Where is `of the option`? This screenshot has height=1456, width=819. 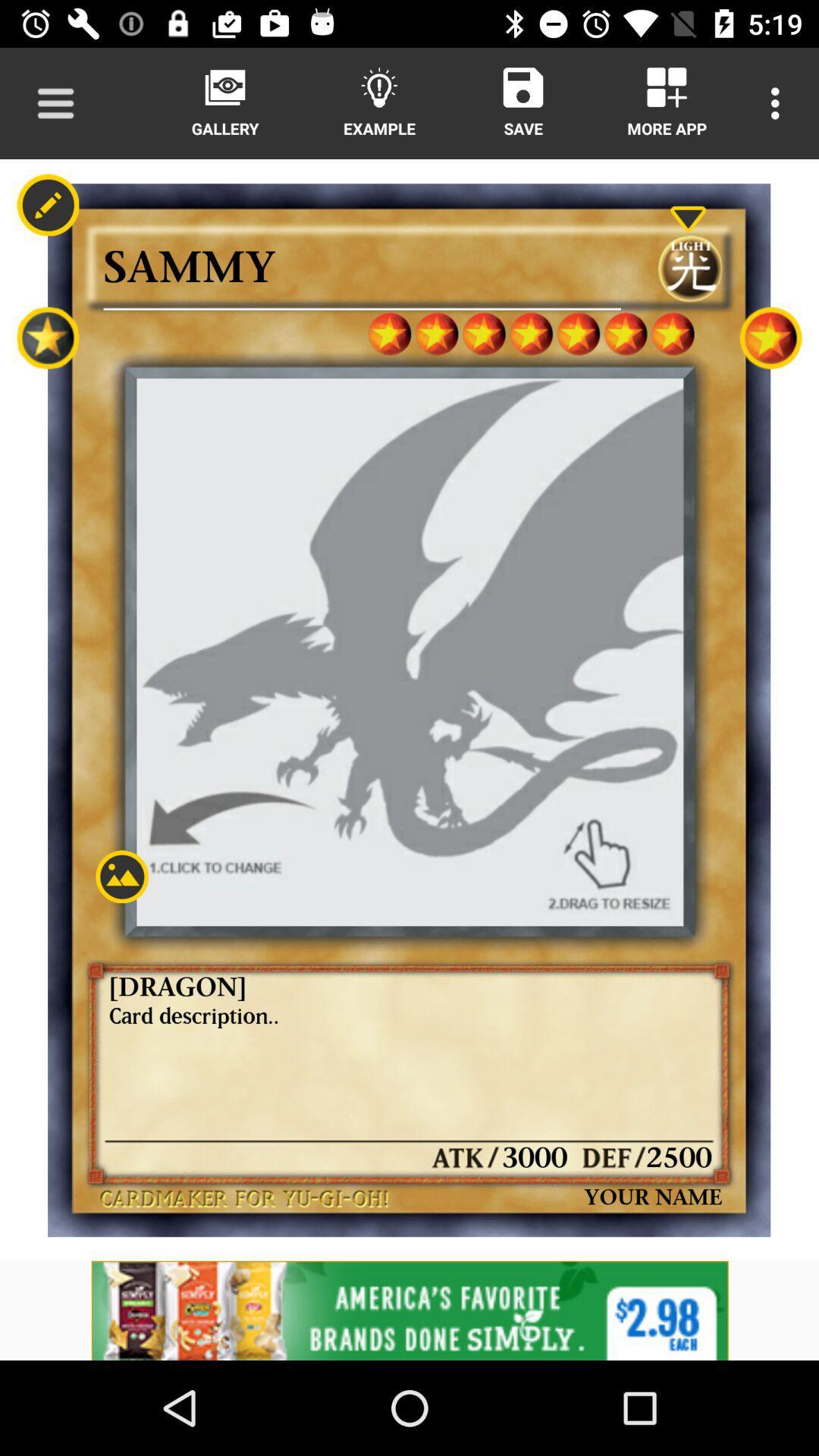 of the option is located at coordinates (409, 1310).